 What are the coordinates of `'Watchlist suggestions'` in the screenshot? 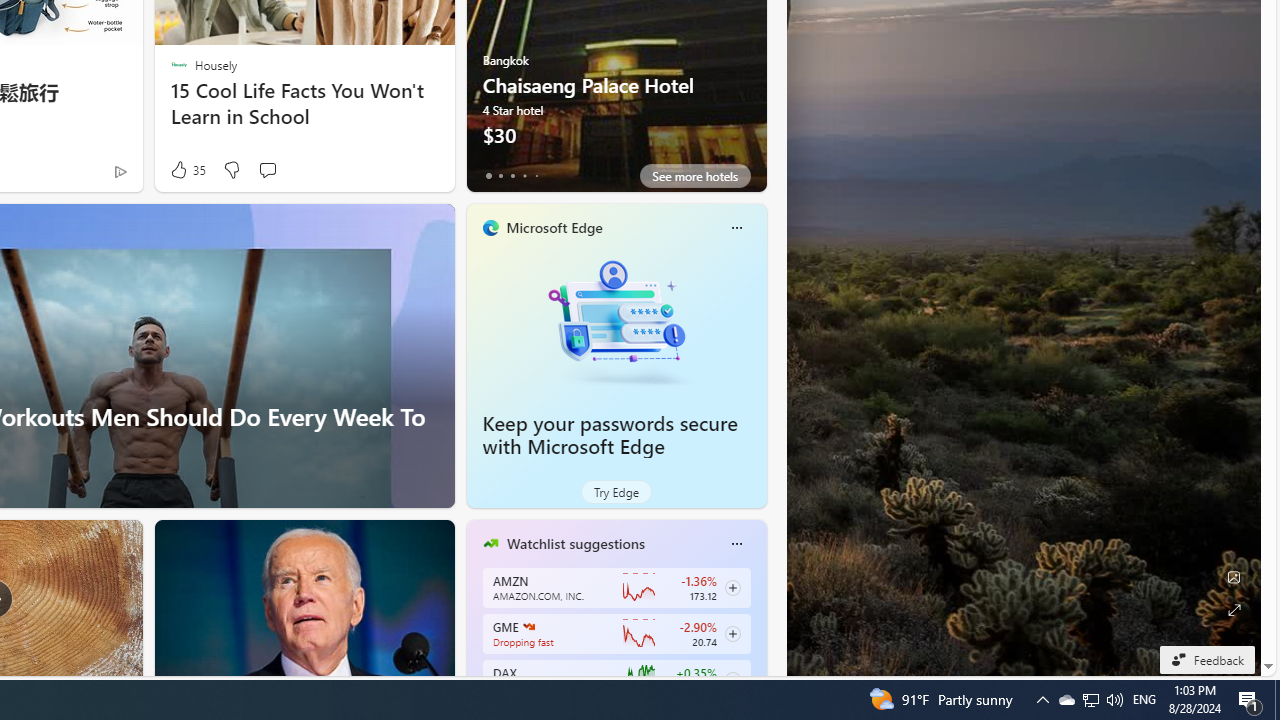 It's located at (574, 543).